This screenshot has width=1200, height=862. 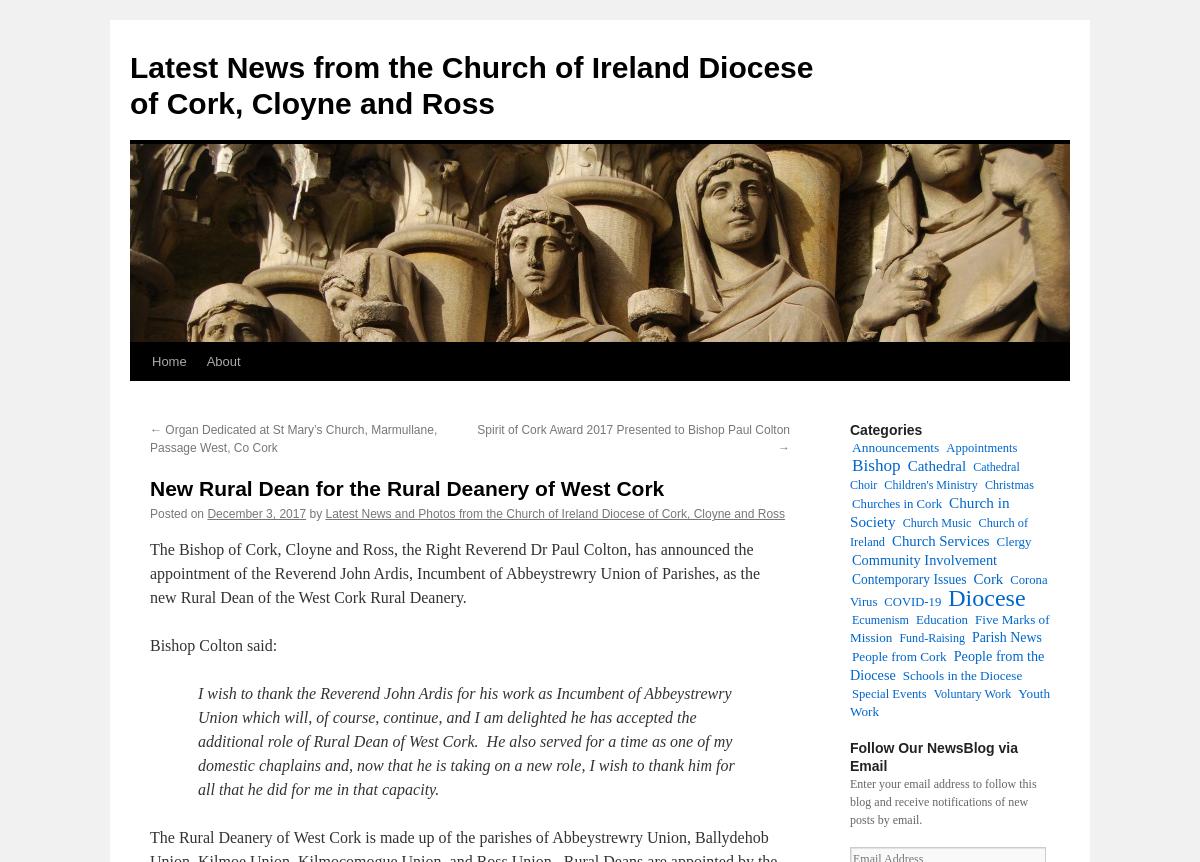 What do you see at coordinates (945, 447) in the screenshot?
I see `'Appointments'` at bounding box center [945, 447].